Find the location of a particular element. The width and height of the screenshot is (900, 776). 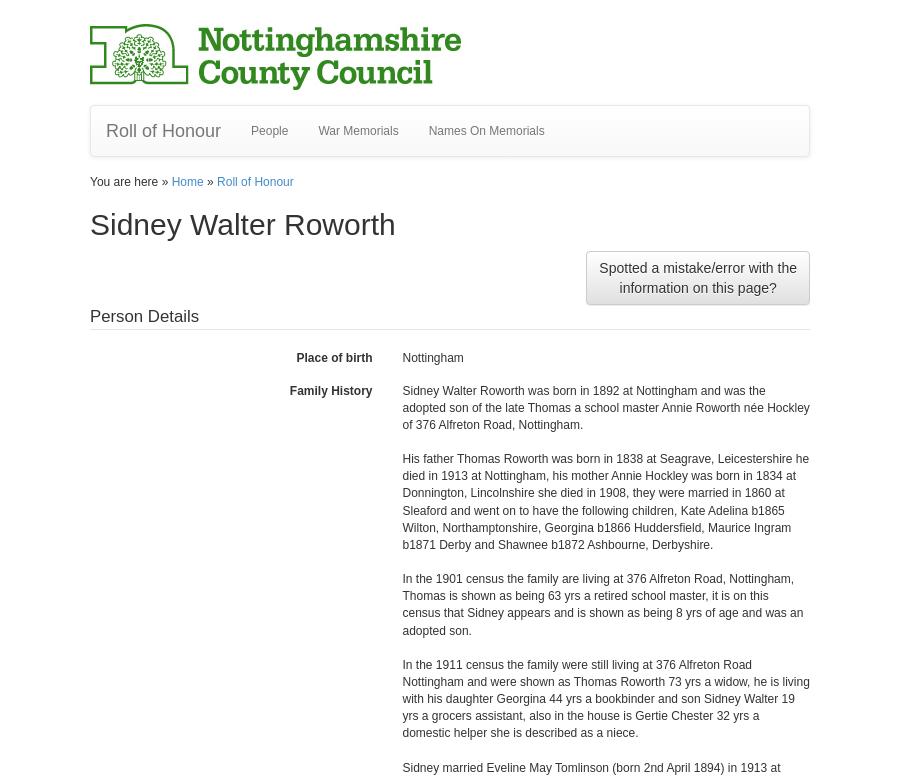

'Sidney Walter Roworth' is located at coordinates (241, 224).